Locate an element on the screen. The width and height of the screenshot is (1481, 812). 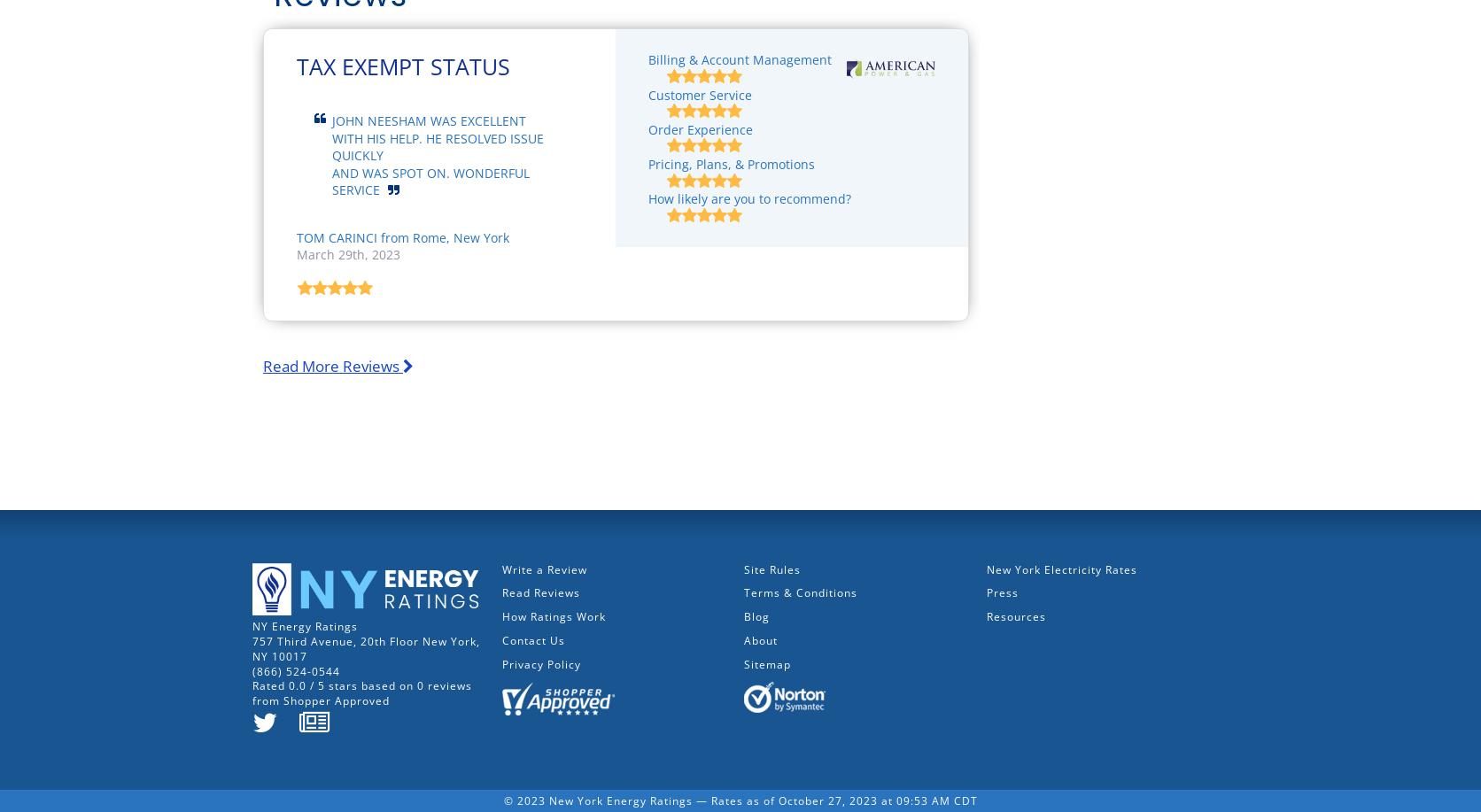
'Press' is located at coordinates (1001, 592).